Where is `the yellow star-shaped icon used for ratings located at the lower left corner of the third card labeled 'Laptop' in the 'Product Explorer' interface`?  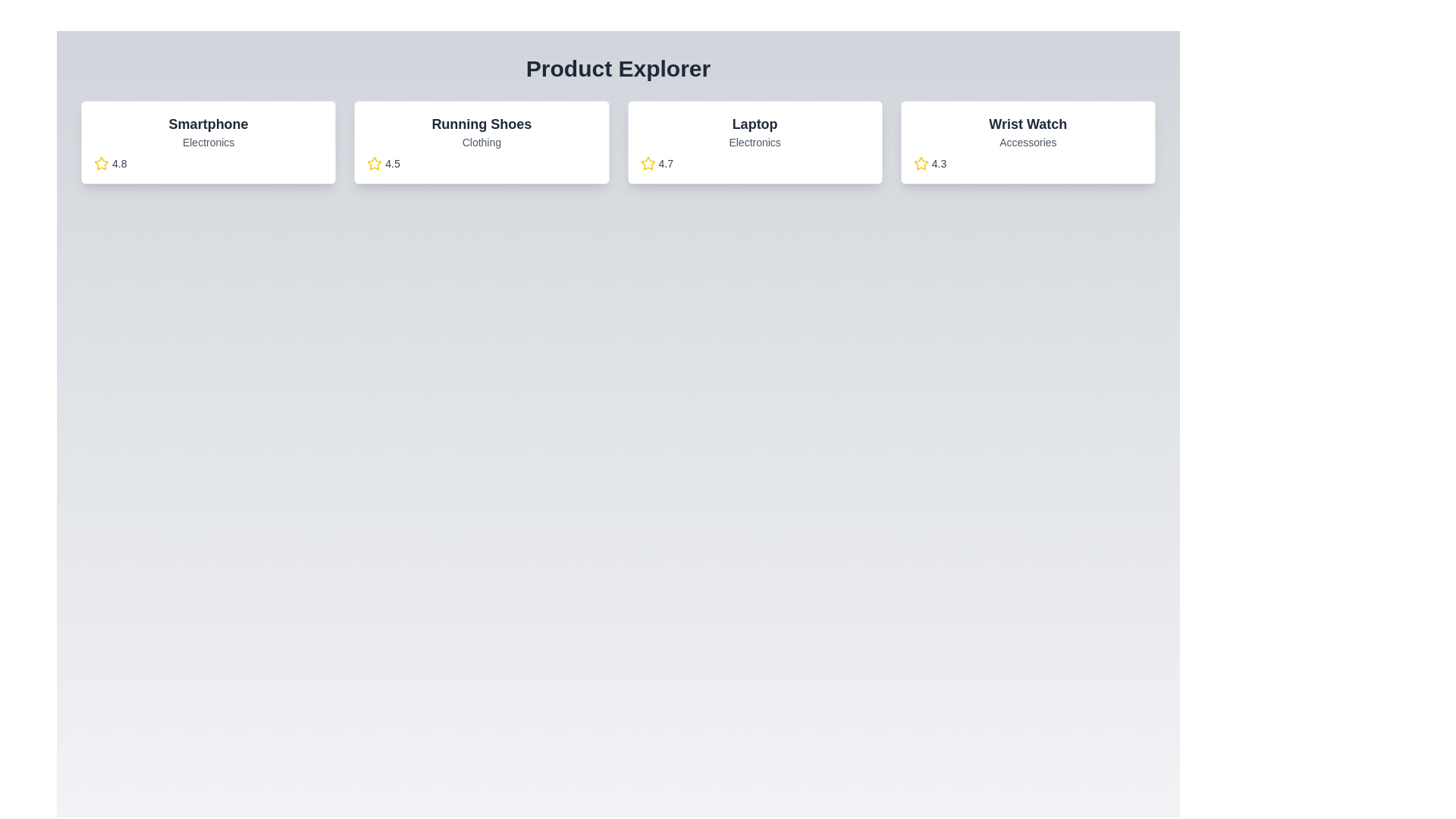 the yellow star-shaped icon used for ratings located at the lower left corner of the third card labeled 'Laptop' in the 'Product Explorer' interface is located at coordinates (648, 163).